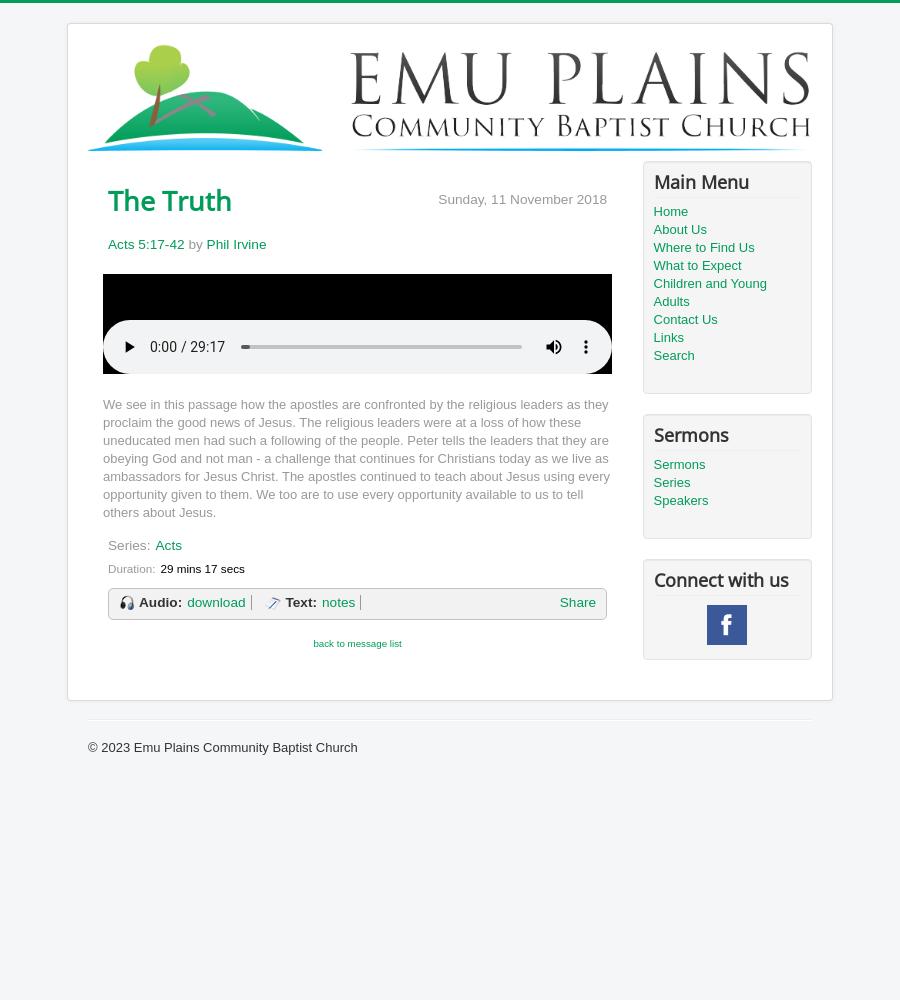 The width and height of the screenshot is (900, 1000). What do you see at coordinates (679, 228) in the screenshot?
I see `'About Us'` at bounding box center [679, 228].